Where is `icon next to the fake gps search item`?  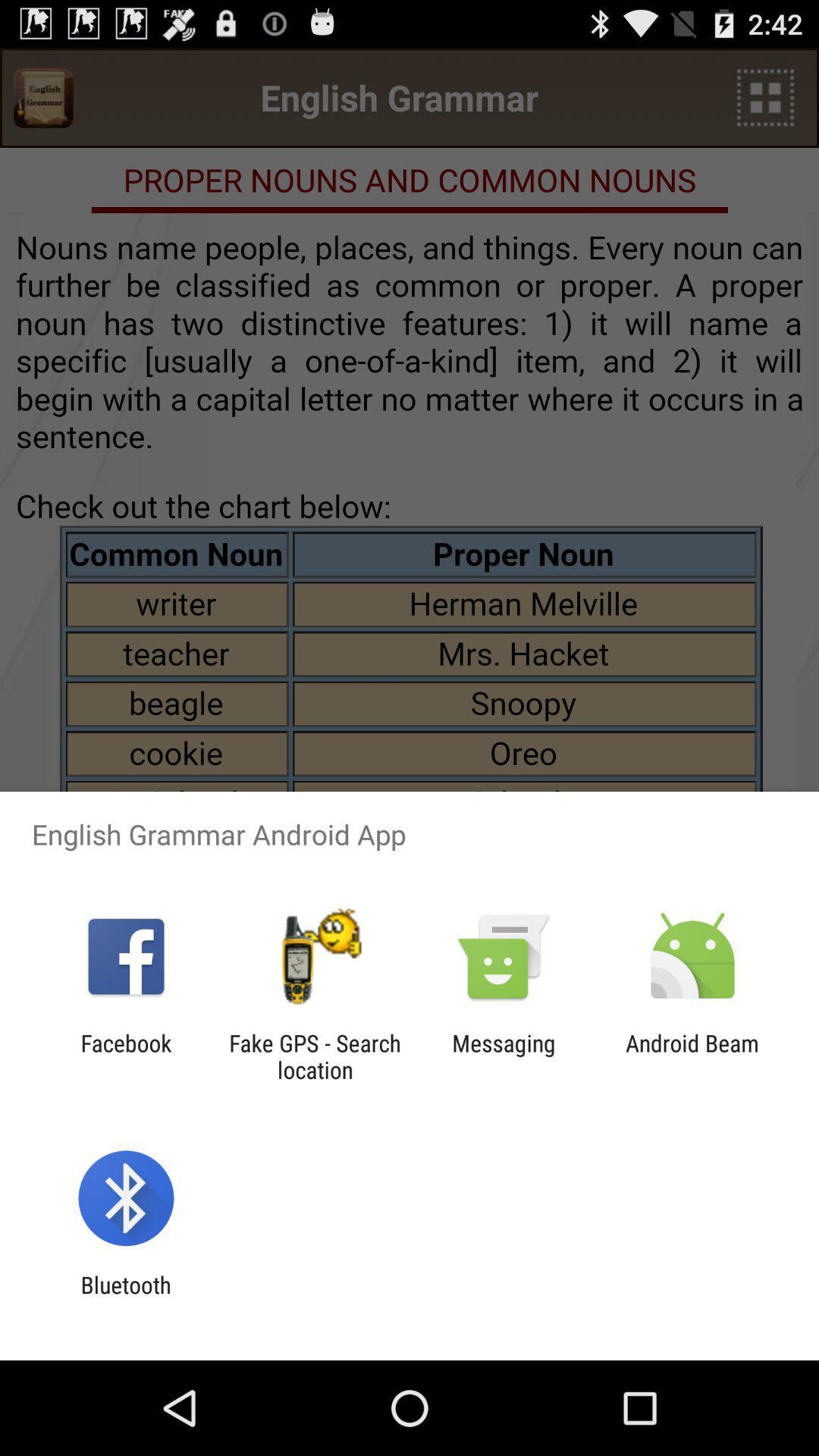 icon next to the fake gps search item is located at coordinates (504, 1056).